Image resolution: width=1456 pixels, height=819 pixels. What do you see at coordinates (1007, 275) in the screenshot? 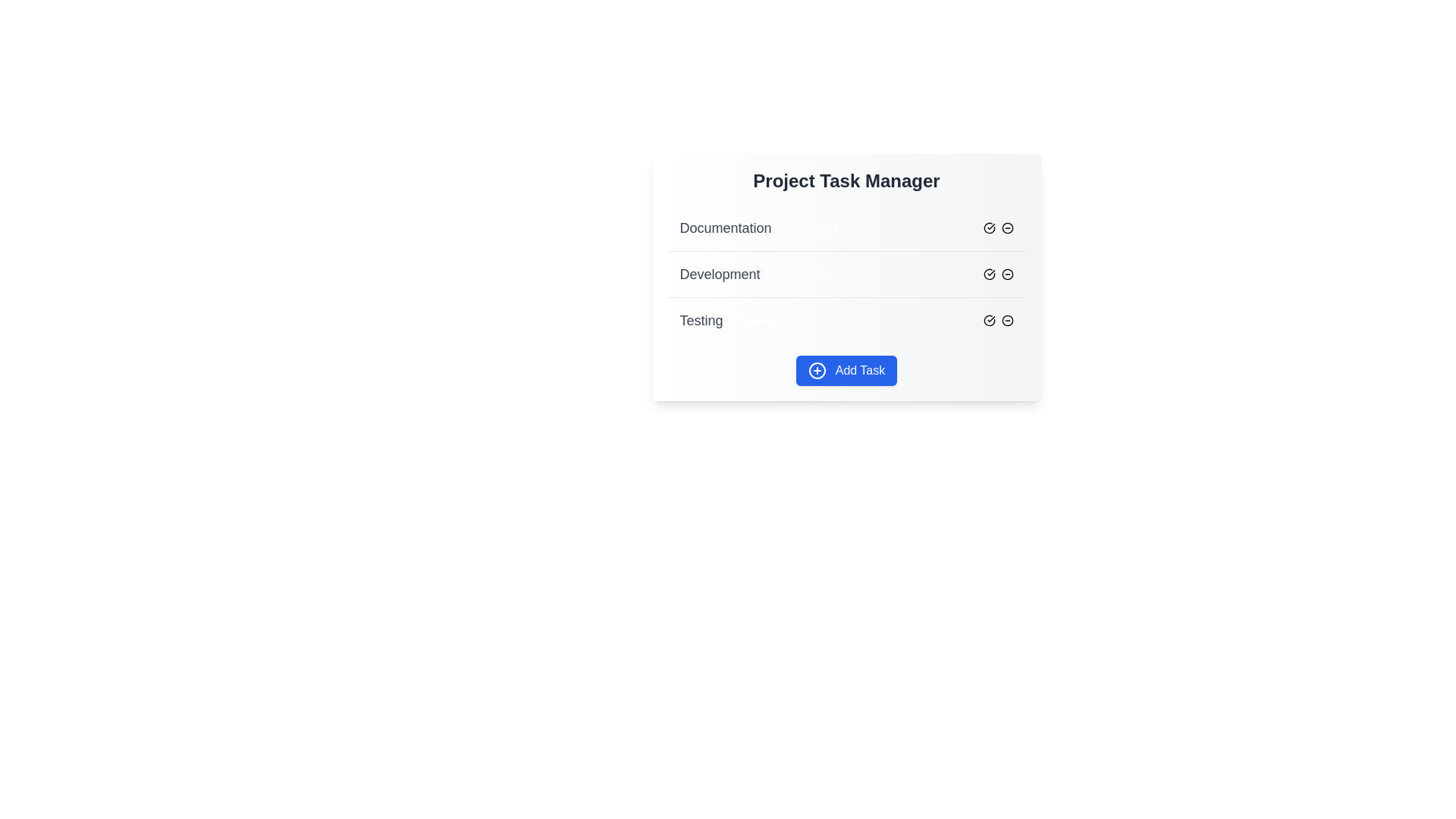
I see `the circular minus icon located next to the 'Development' task in the project task manager` at bounding box center [1007, 275].